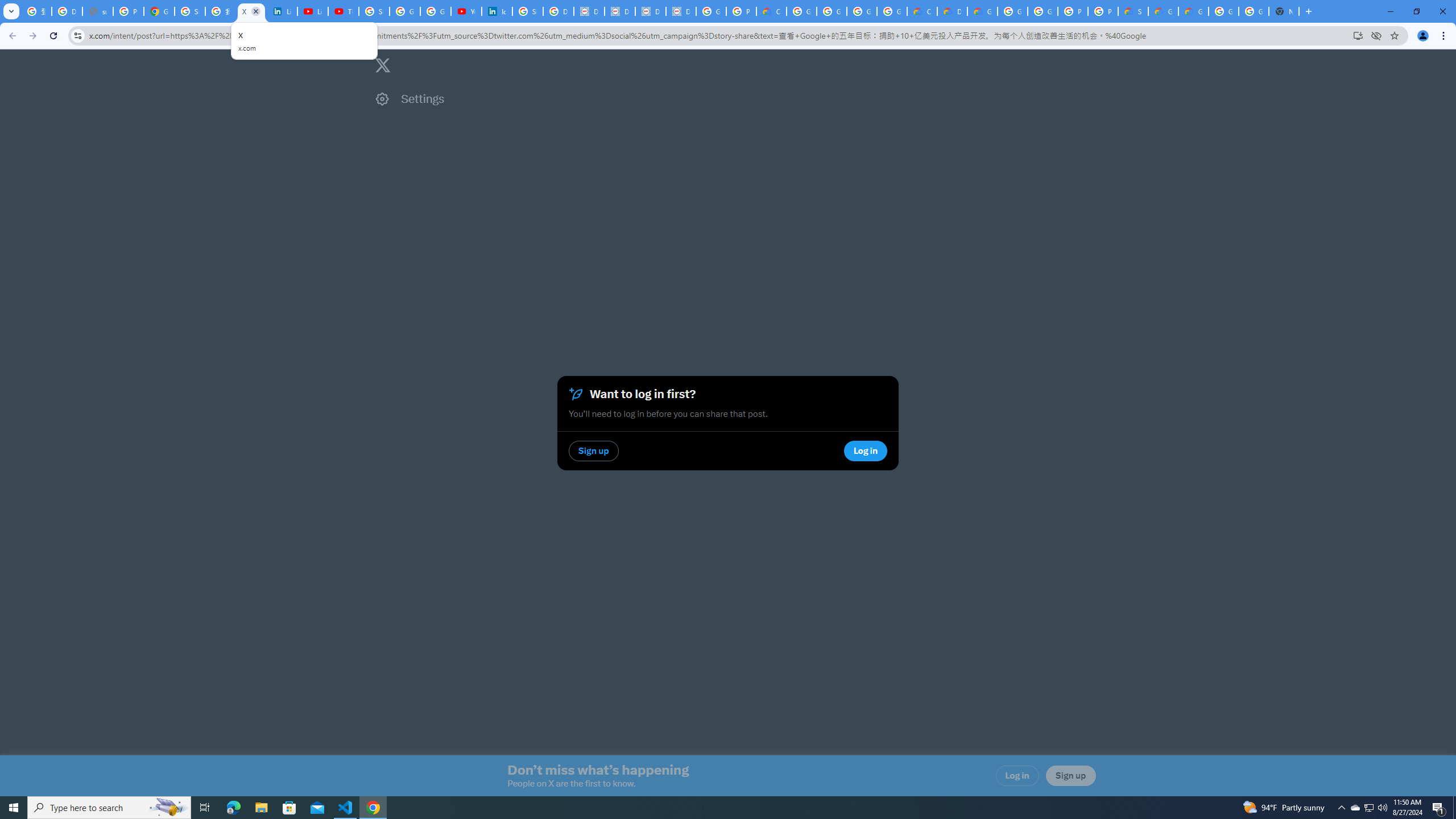  Describe the element at coordinates (922, 11) in the screenshot. I see `'Customer Care | Google Cloud'` at that location.